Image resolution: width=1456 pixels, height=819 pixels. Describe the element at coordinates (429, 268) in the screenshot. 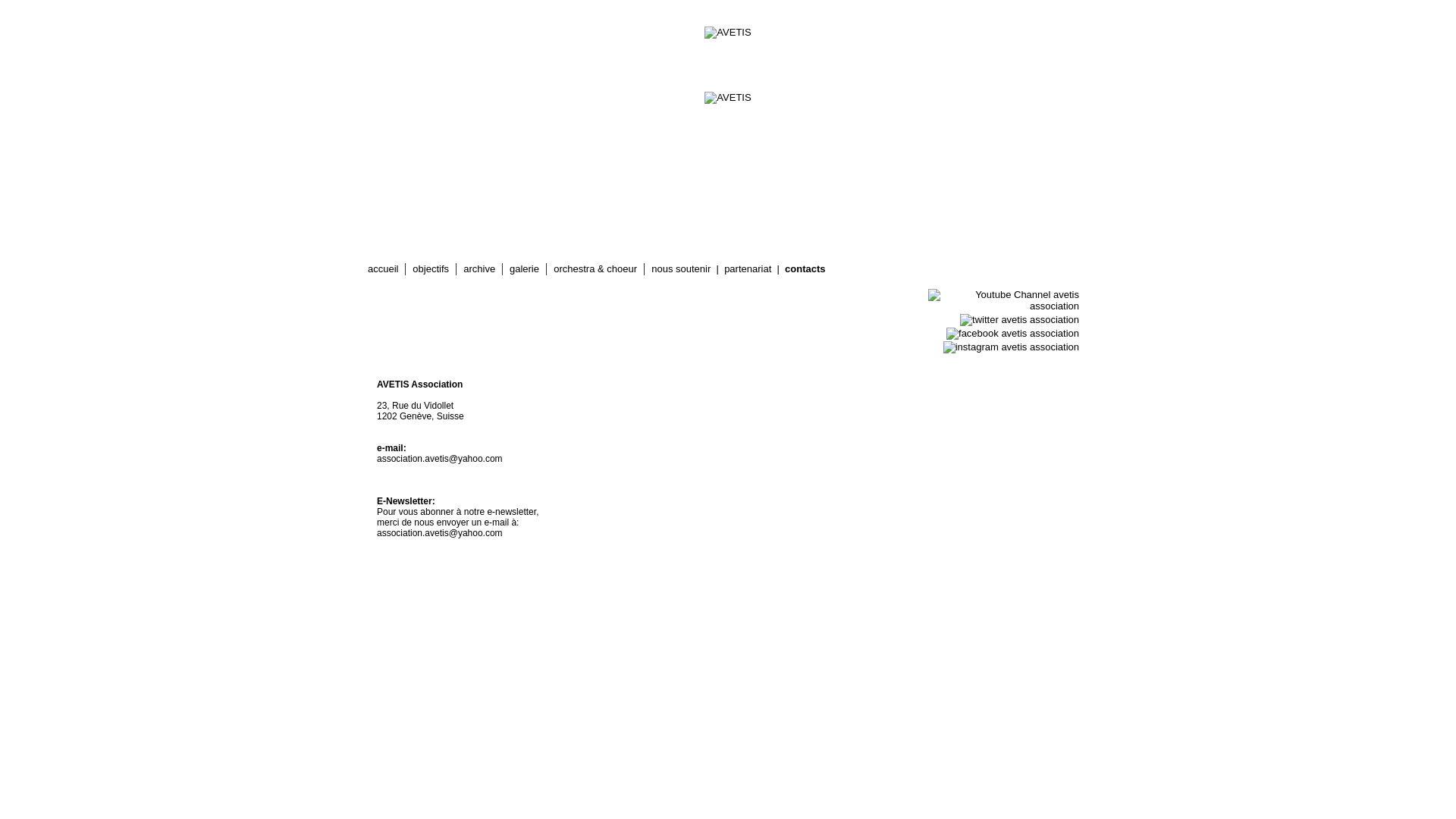

I see `'objectifs'` at that location.